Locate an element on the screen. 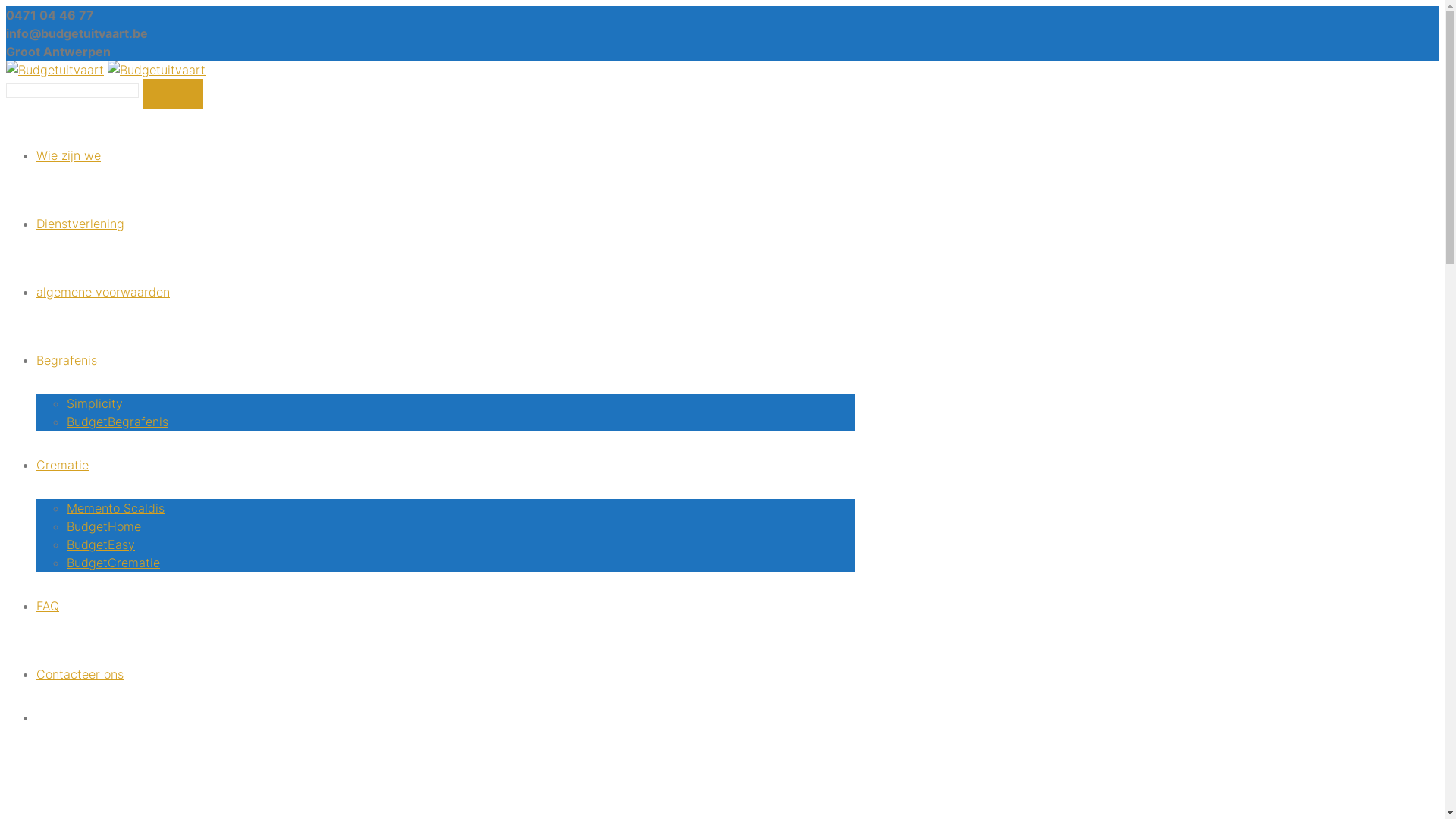  'Contacteer ons' is located at coordinates (79, 673).